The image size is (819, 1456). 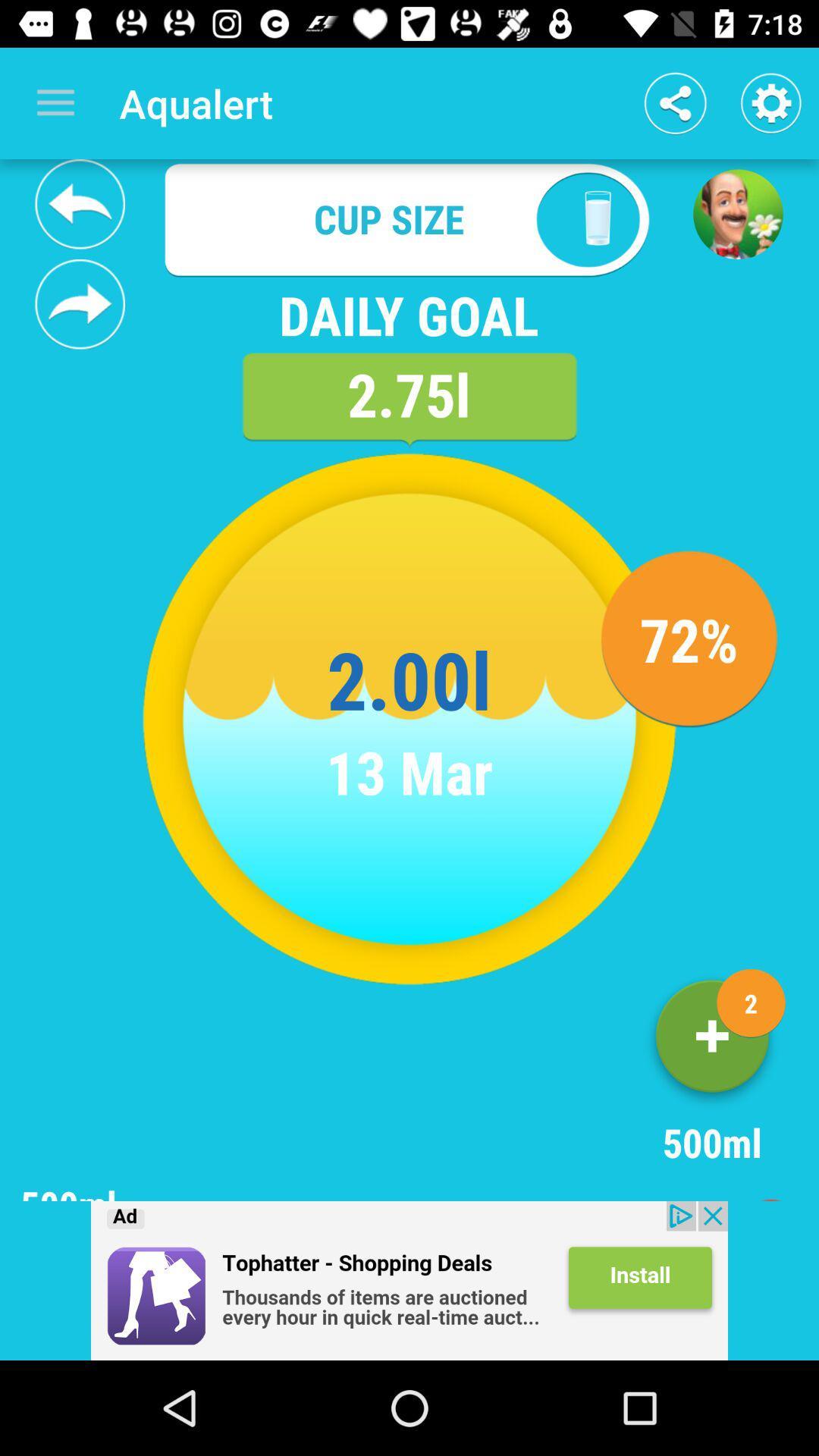 What do you see at coordinates (737, 213) in the screenshot?
I see `a game` at bounding box center [737, 213].